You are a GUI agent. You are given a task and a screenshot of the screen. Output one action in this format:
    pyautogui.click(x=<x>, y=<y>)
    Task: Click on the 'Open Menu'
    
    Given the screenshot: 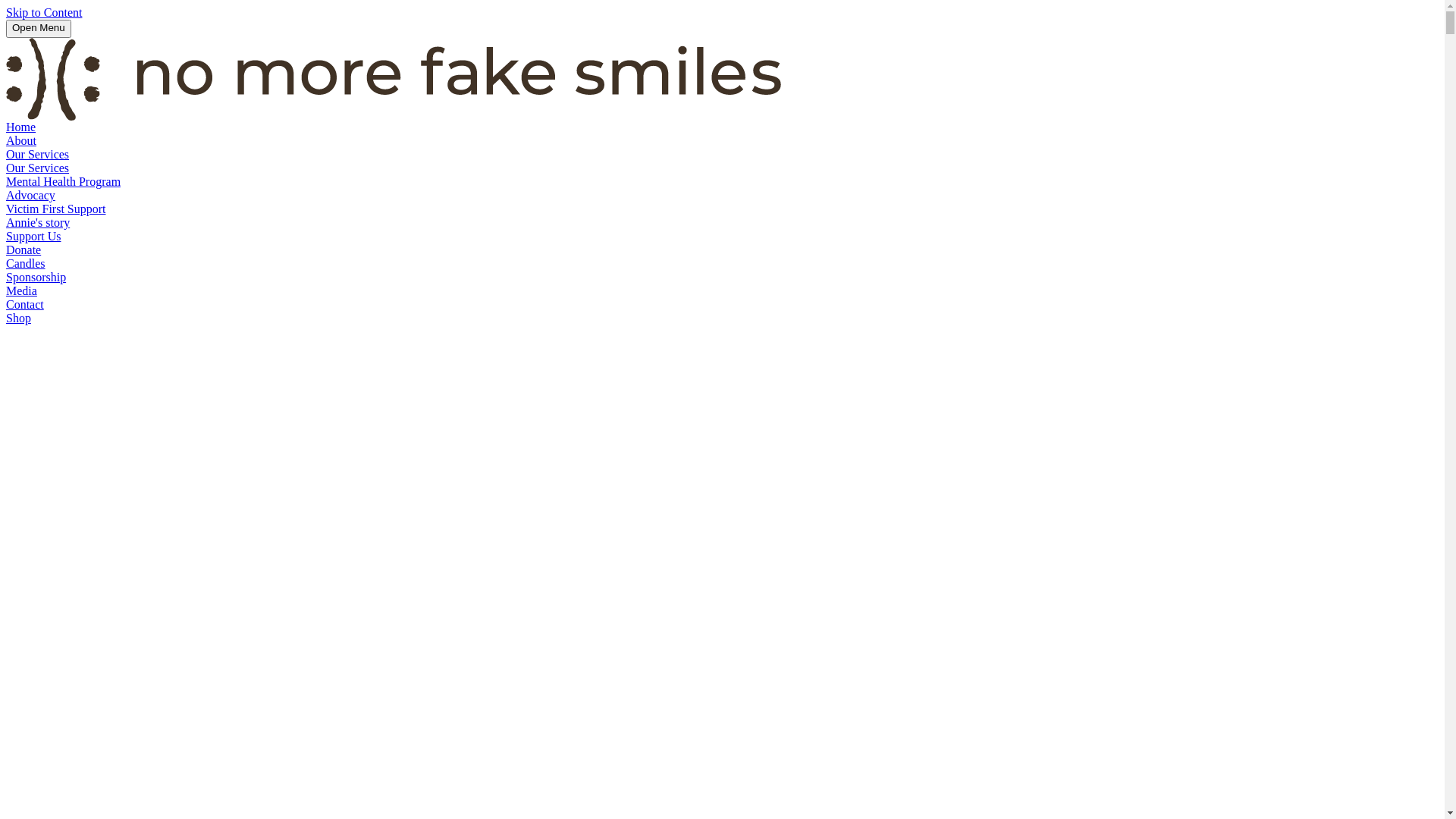 What is the action you would take?
    pyautogui.click(x=39, y=29)
    